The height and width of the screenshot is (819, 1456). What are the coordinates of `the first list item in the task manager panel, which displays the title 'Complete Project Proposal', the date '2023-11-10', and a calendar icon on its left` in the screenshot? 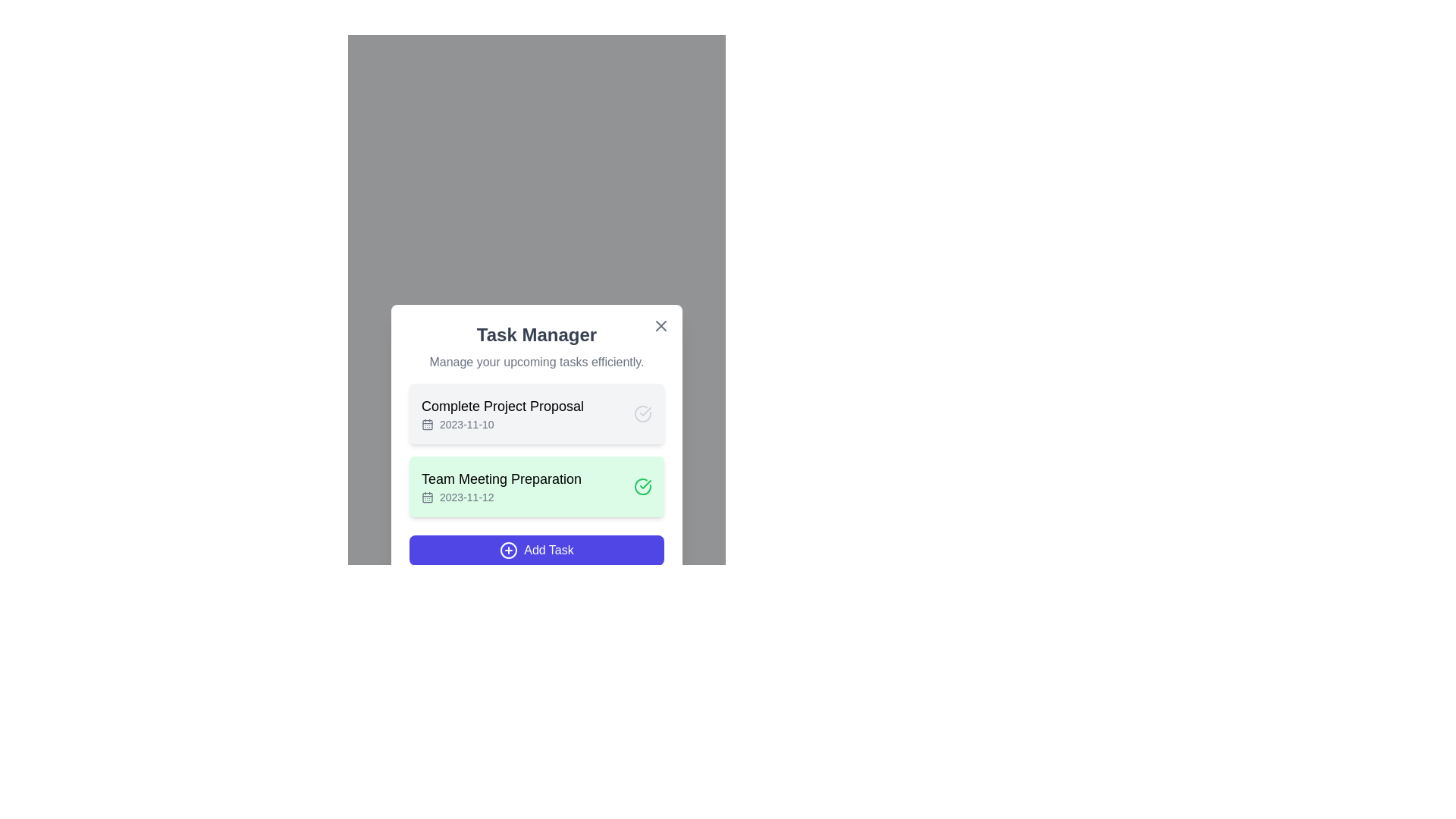 It's located at (502, 414).